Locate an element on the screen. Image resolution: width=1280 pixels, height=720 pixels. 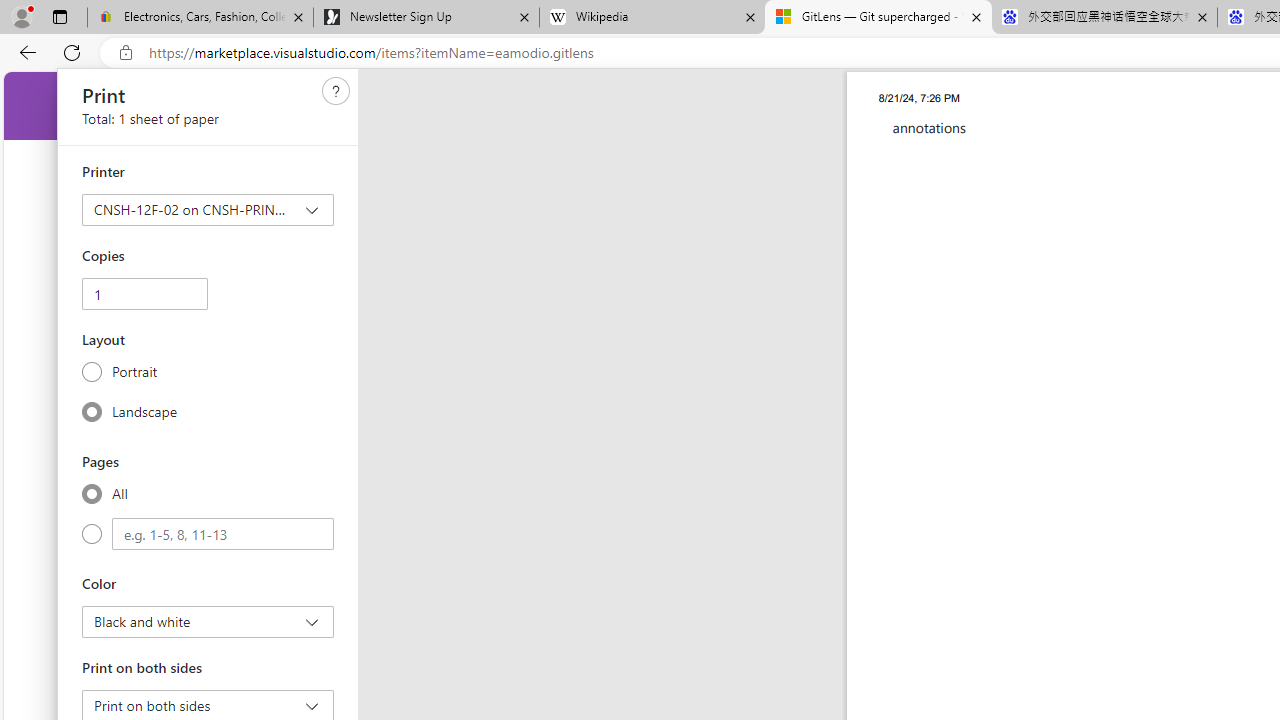
'Color Black and white' is located at coordinates (208, 621).